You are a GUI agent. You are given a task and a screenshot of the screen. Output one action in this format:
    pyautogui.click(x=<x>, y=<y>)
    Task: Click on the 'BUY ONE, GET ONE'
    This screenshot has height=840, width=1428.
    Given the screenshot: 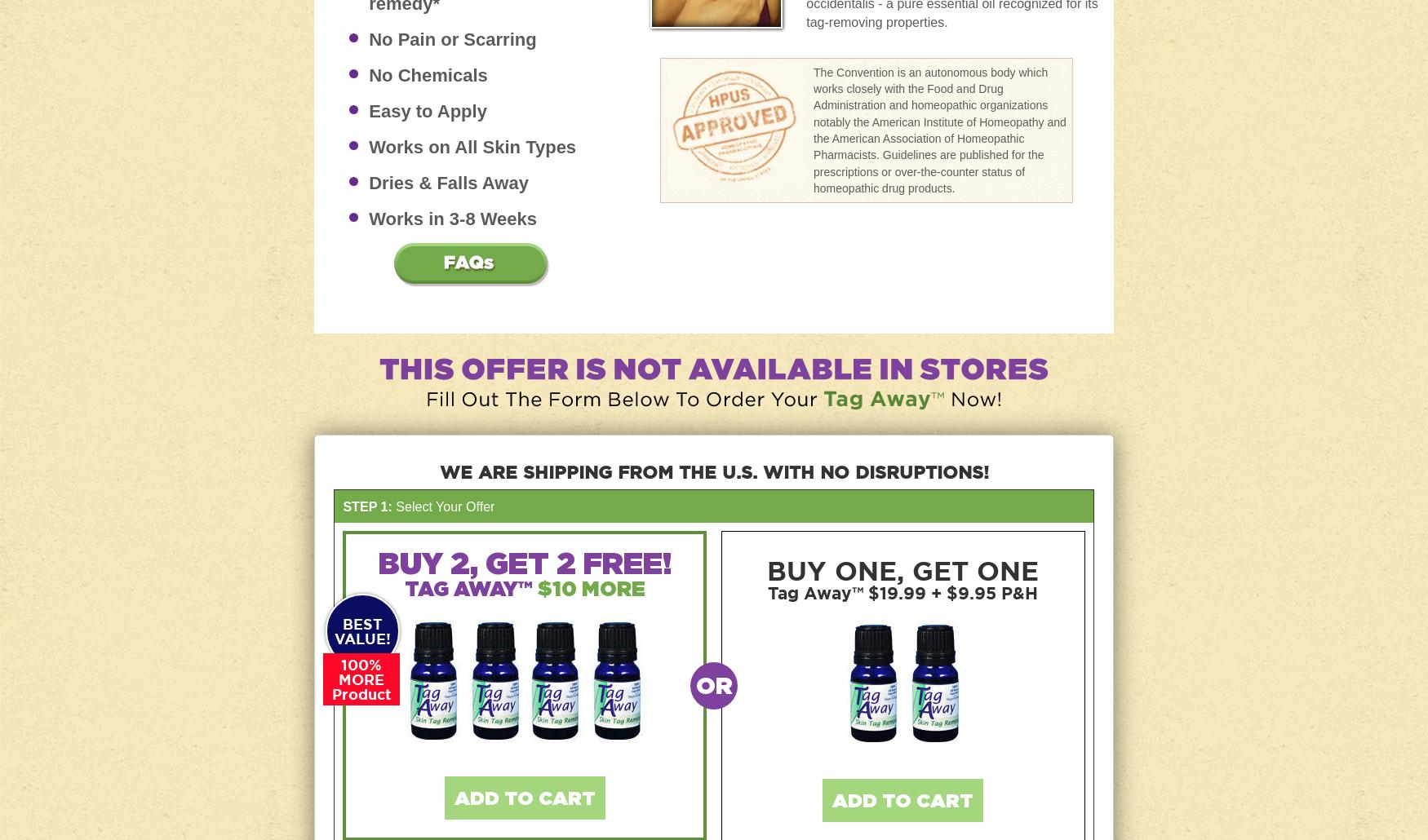 What is the action you would take?
    pyautogui.click(x=902, y=570)
    